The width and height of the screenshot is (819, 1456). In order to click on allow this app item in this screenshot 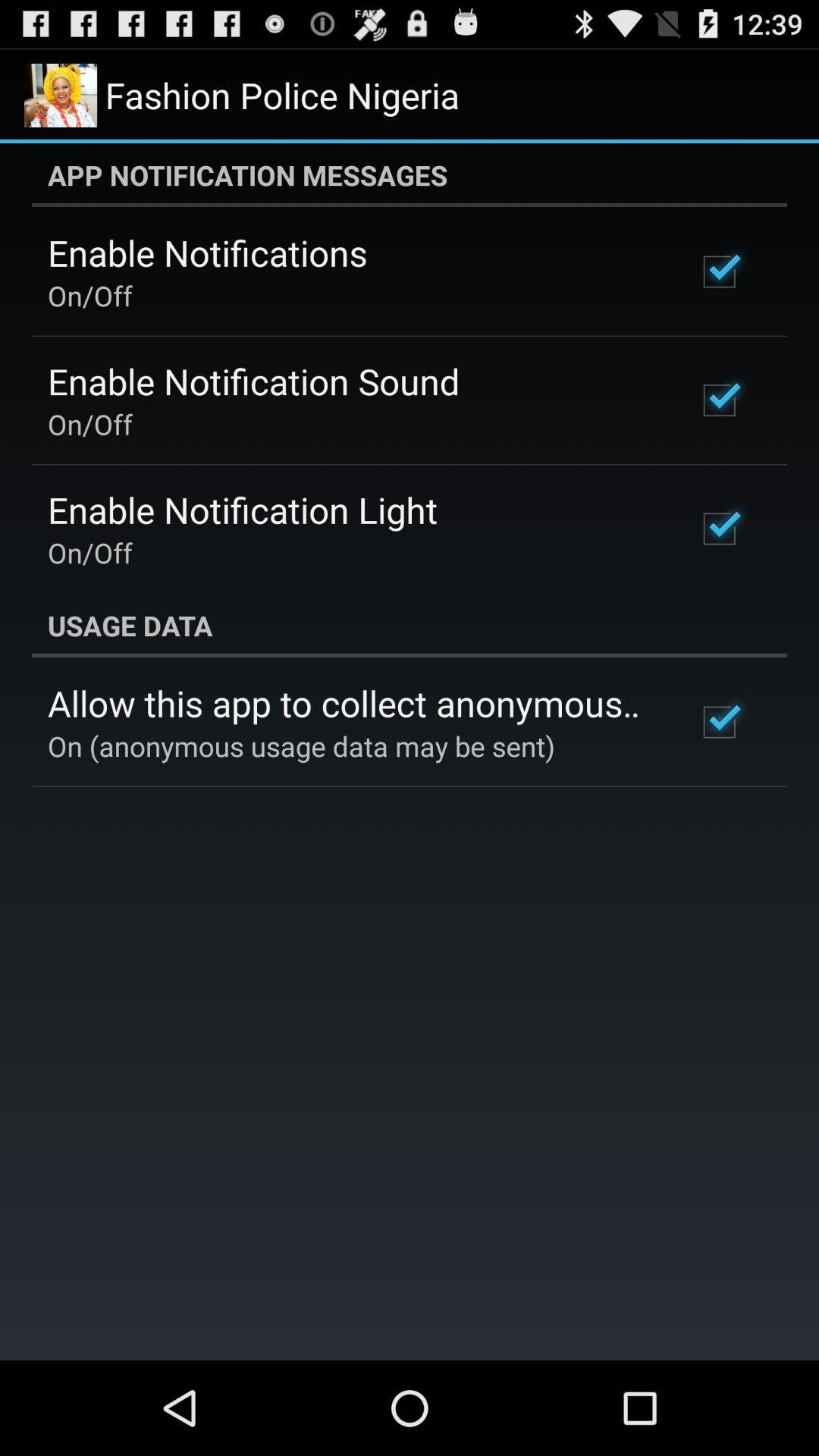, I will do `click(351, 702)`.